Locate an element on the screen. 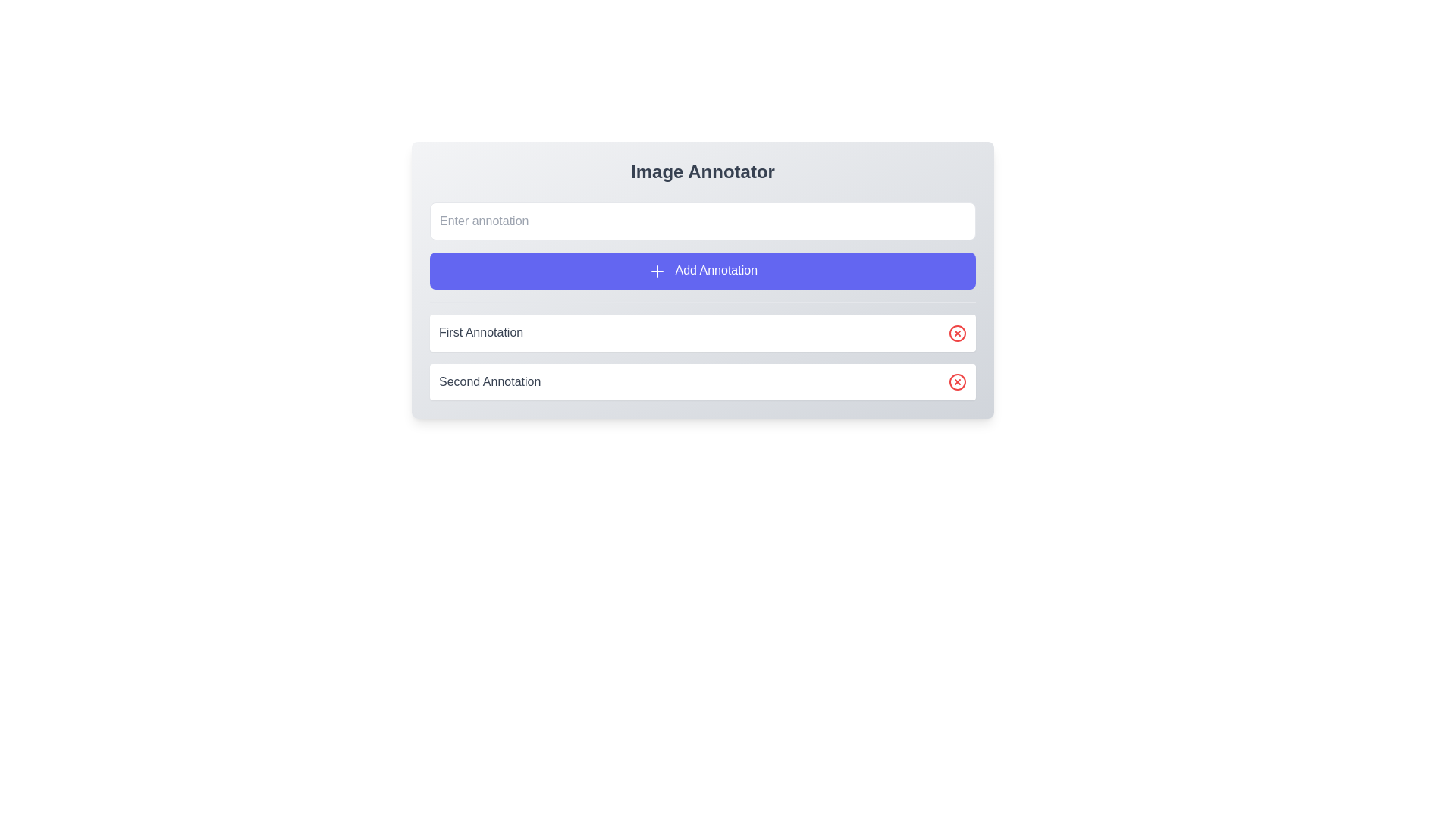 Image resolution: width=1456 pixels, height=819 pixels. the delete button located on the far-right side of the row containing the text 'Second Annotation' to initiate the deletion process is located at coordinates (956, 380).